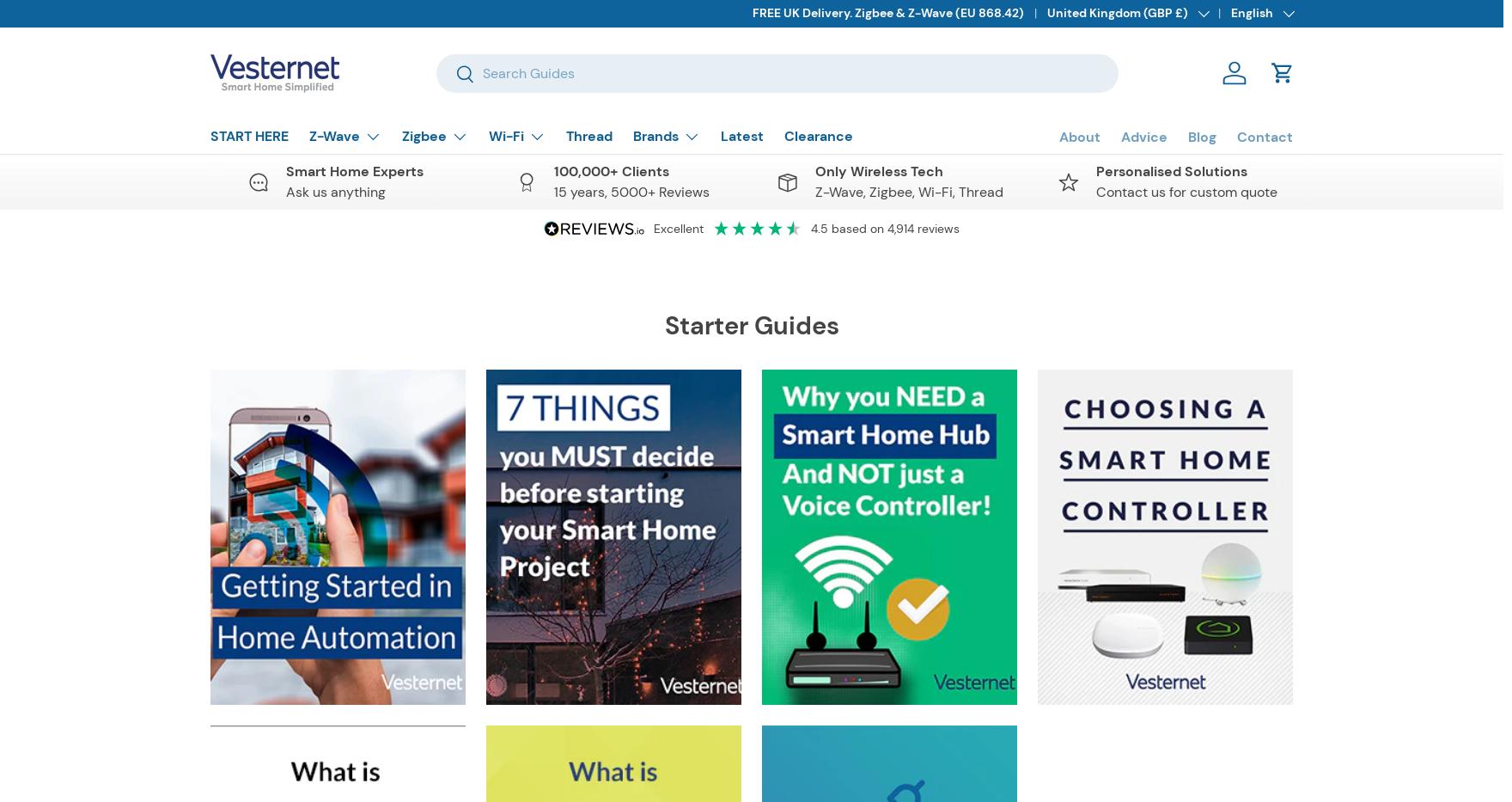  What do you see at coordinates (936, 227) in the screenshot?
I see `'reviews'` at bounding box center [936, 227].